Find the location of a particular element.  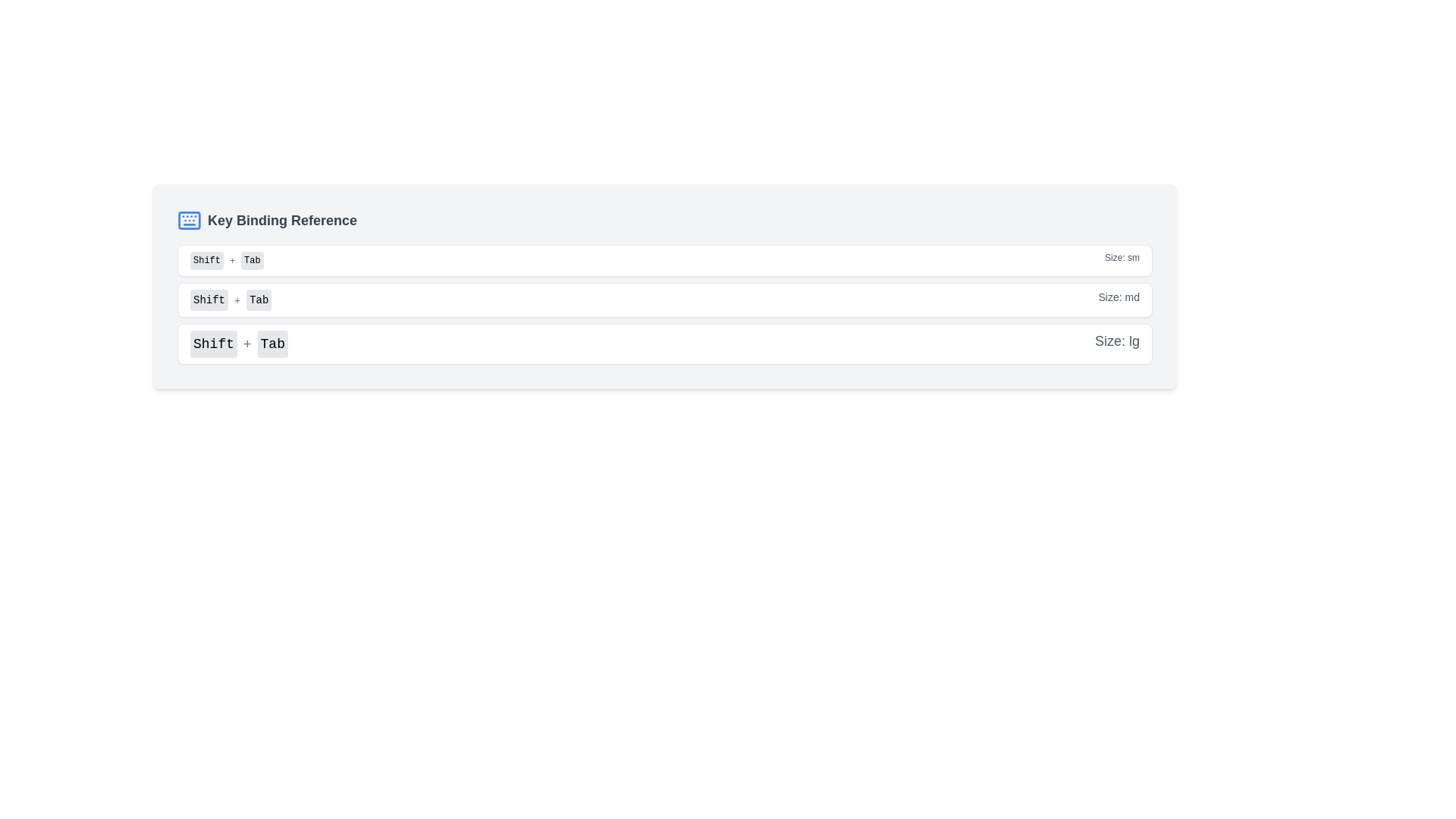

the label displaying the keyboard shortcut 'Shift + Tab', which is located in the first row of a list next to the text 'Size: sm' is located at coordinates (226, 259).